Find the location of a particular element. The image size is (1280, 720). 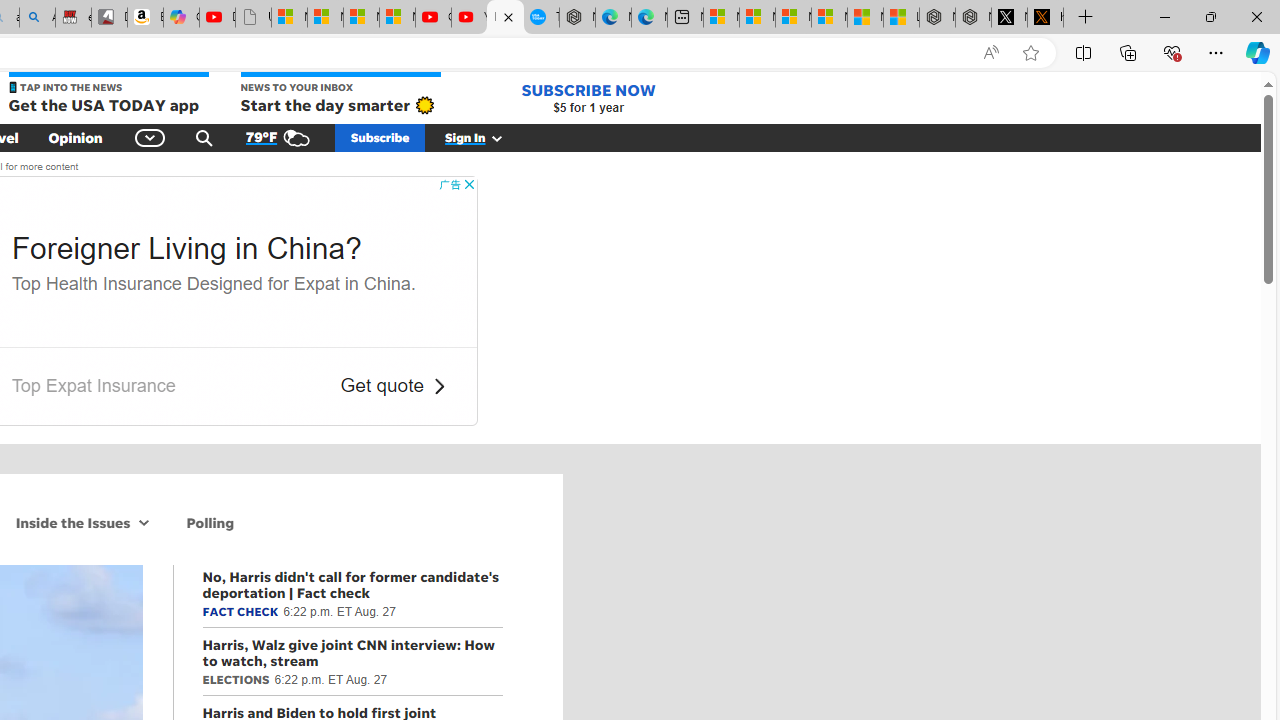

'Global Navigation' is located at coordinates (150, 136).